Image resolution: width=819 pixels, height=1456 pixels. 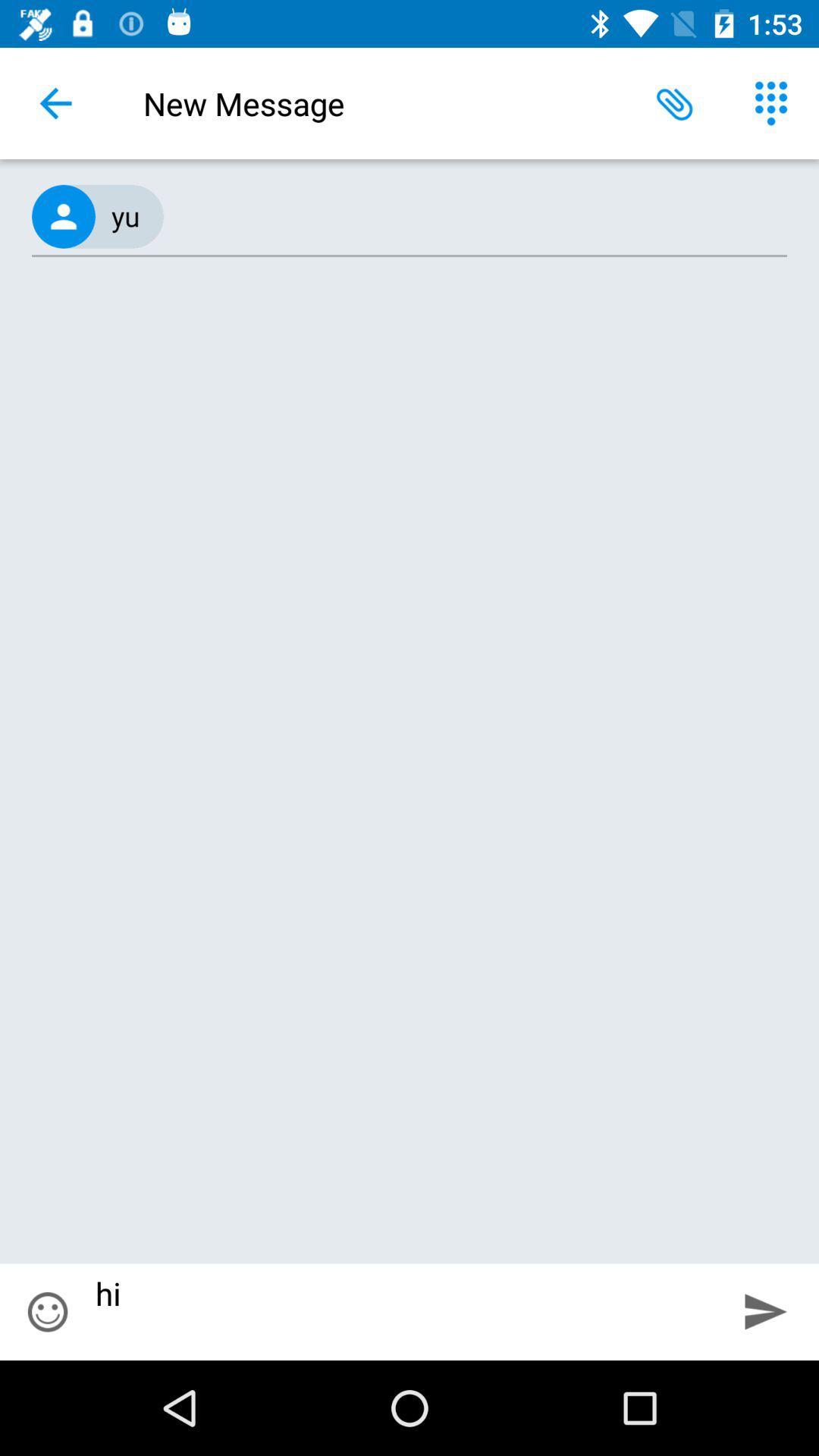 What do you see at coordinates (409, 216) in the screenshot?
I see `the (667) 676-5778,  item` at bounding box center [409, 216].